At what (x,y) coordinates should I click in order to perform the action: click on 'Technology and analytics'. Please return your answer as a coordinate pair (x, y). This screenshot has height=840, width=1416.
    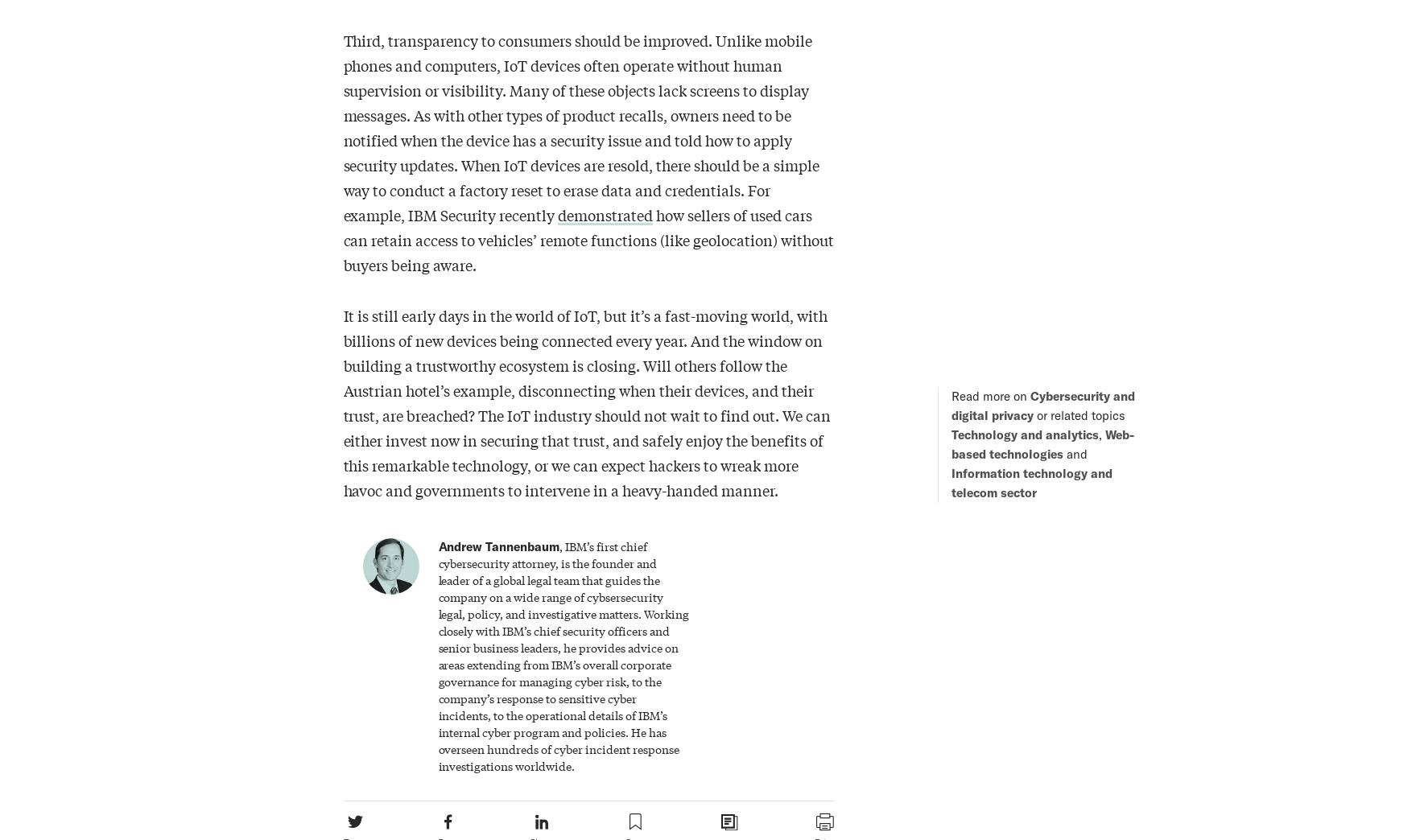
    Looking at the image, I should click on (1023, 433).